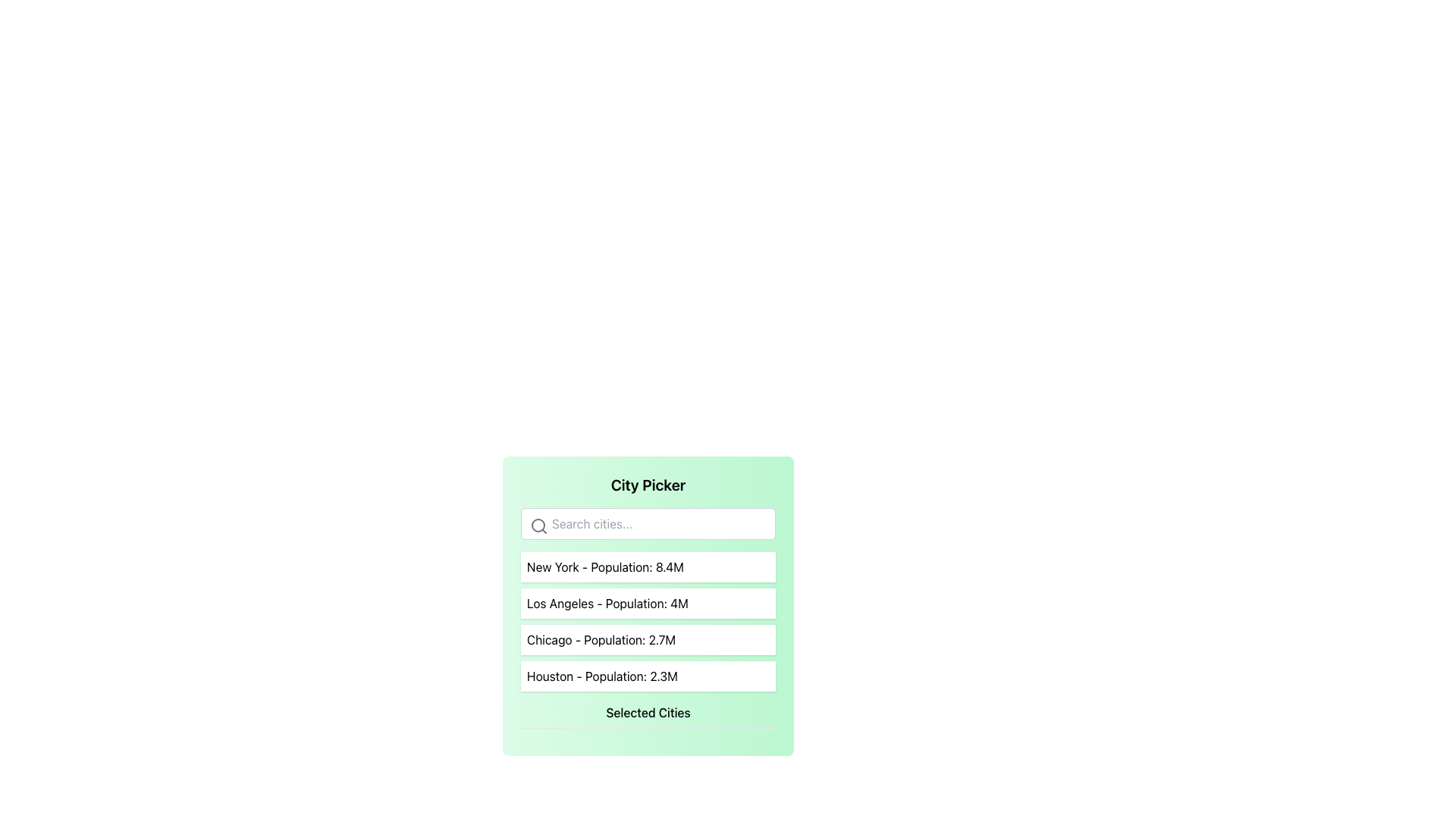 The height and width of the screenshot is (819, 1456). What do you see at coordinates (538, 525) in the screenshot?
I see `the circular shape with an outline that is part of the search icon located at the top-left corner of the search input field in the City Picker interface` at bounding box center [538, 525].